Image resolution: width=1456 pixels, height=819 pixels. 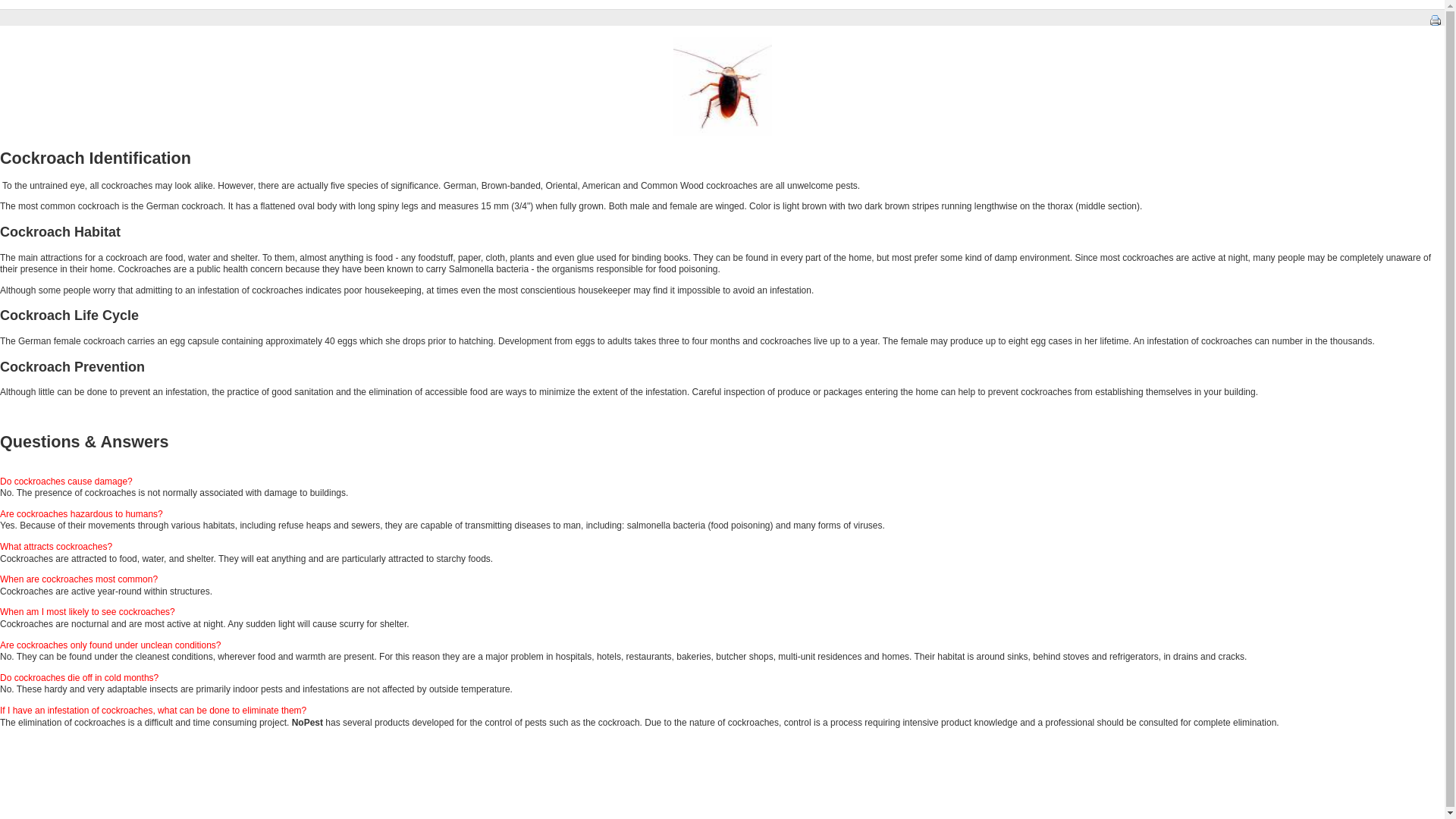 I want to click on 'Cockroach', so click(x=673, y=86).